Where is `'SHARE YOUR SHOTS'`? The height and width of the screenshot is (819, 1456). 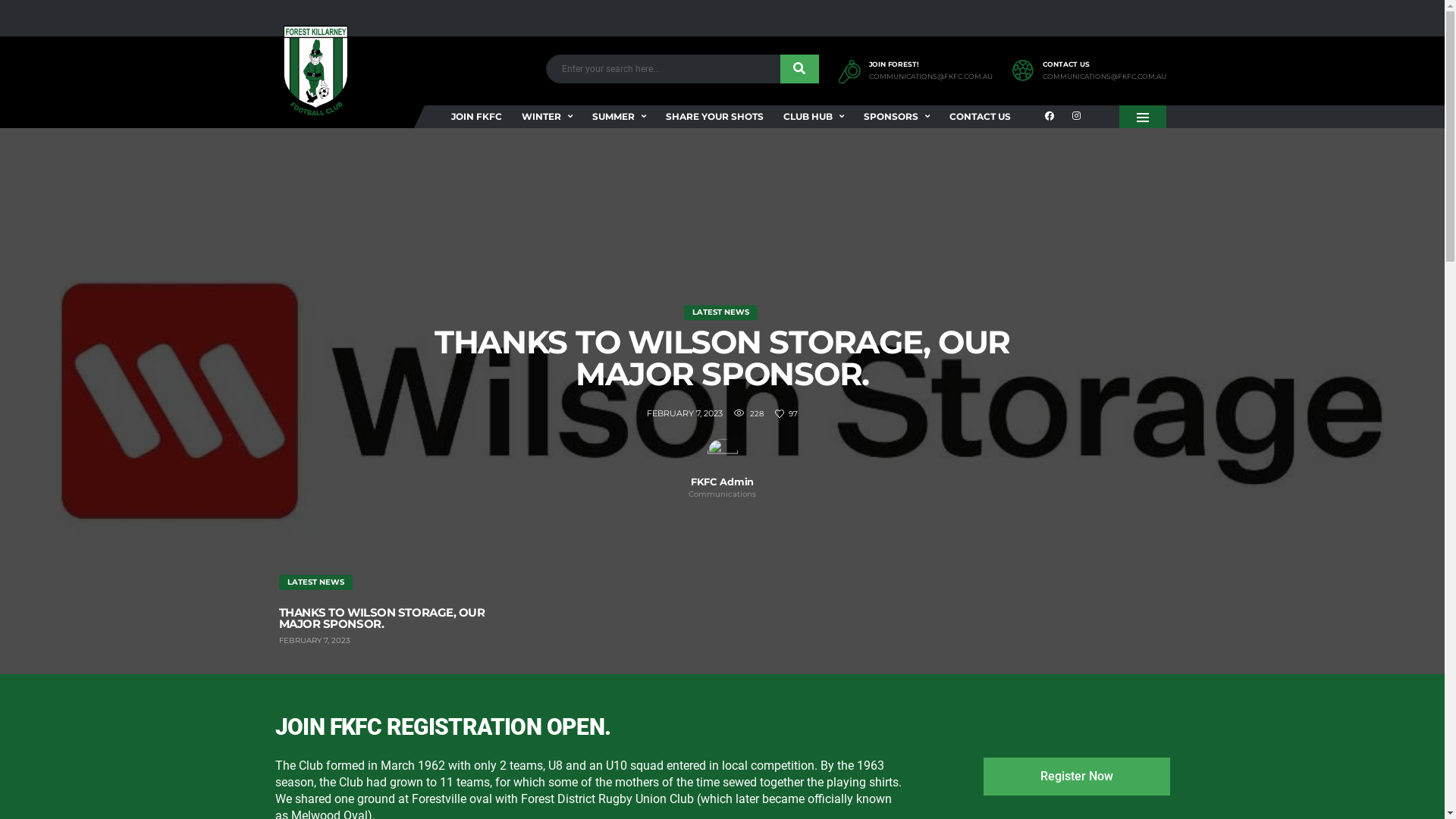 'SHARE YOUR SHOTS' is located at coordinates (654, 116).